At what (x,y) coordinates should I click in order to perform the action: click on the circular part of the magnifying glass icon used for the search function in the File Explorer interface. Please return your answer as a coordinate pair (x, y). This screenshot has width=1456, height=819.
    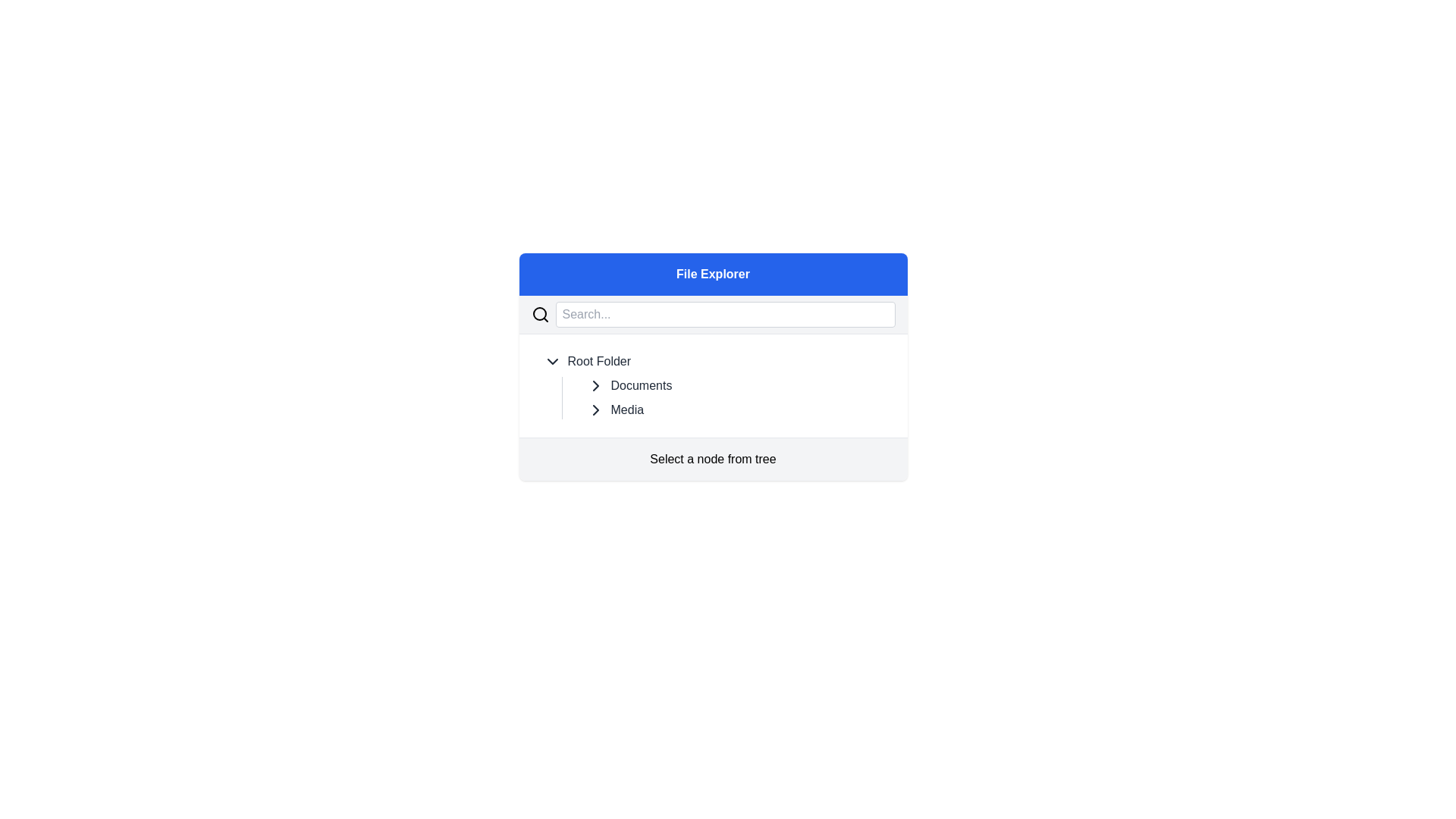
    Looking at the image, I should click on (539, 312).